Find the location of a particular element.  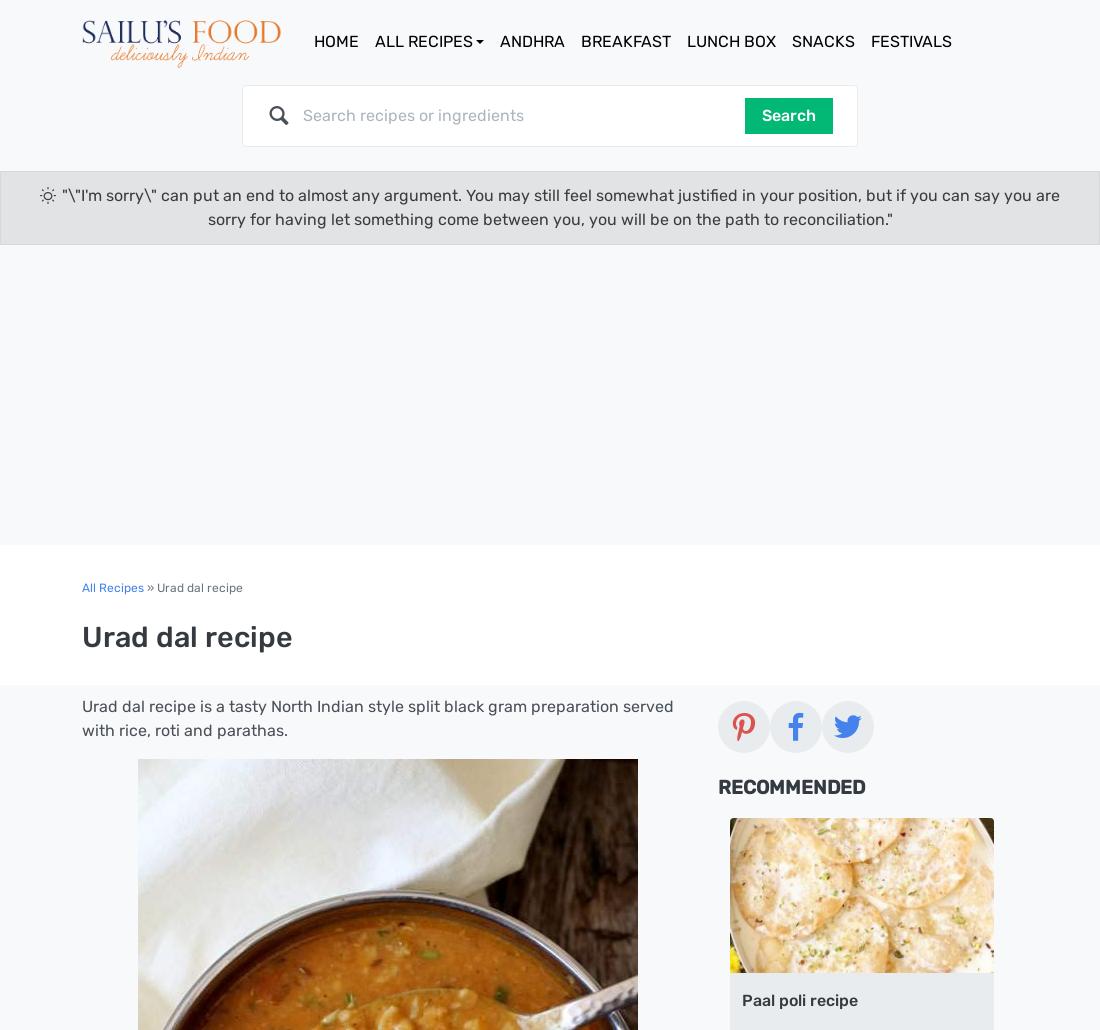

'Snacks' is located at coordinates (823, 41).